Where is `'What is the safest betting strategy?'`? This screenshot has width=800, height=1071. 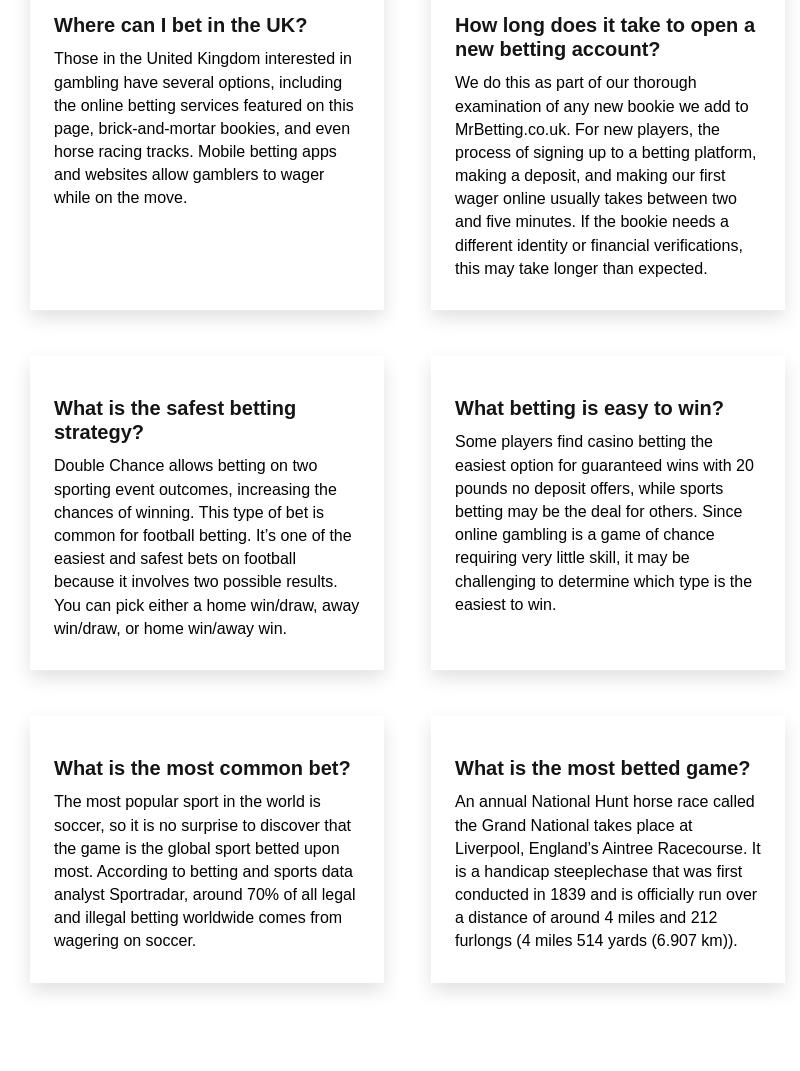
'What is the safest betting strategy?' is located at coordinates (174, 420).